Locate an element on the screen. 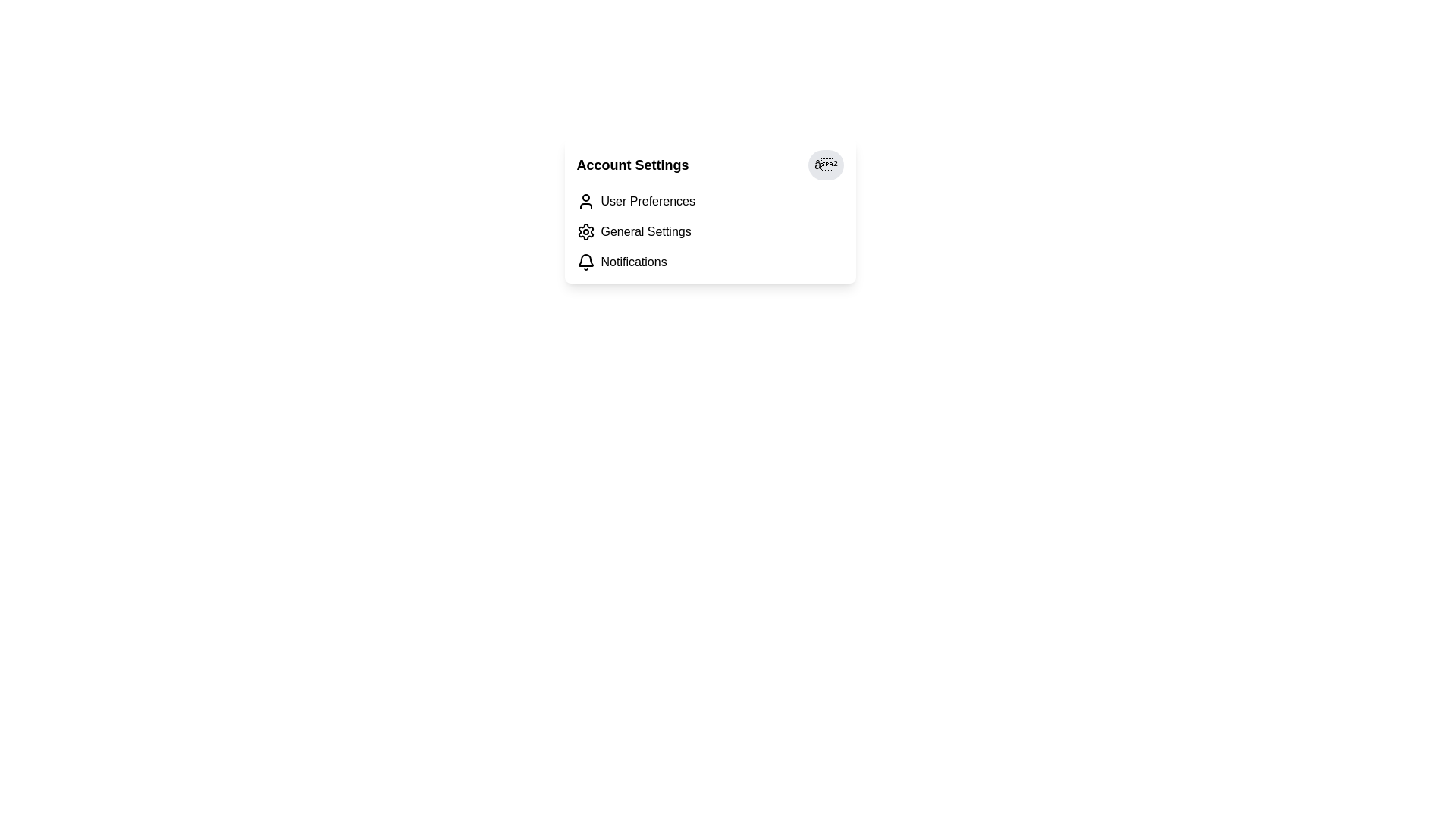 This screenshot has height=819, width=1456. the upward-pointing arrow button ('▲') with a light gray background, located next to 'Account Settings' is located at coordinates (825, 165).